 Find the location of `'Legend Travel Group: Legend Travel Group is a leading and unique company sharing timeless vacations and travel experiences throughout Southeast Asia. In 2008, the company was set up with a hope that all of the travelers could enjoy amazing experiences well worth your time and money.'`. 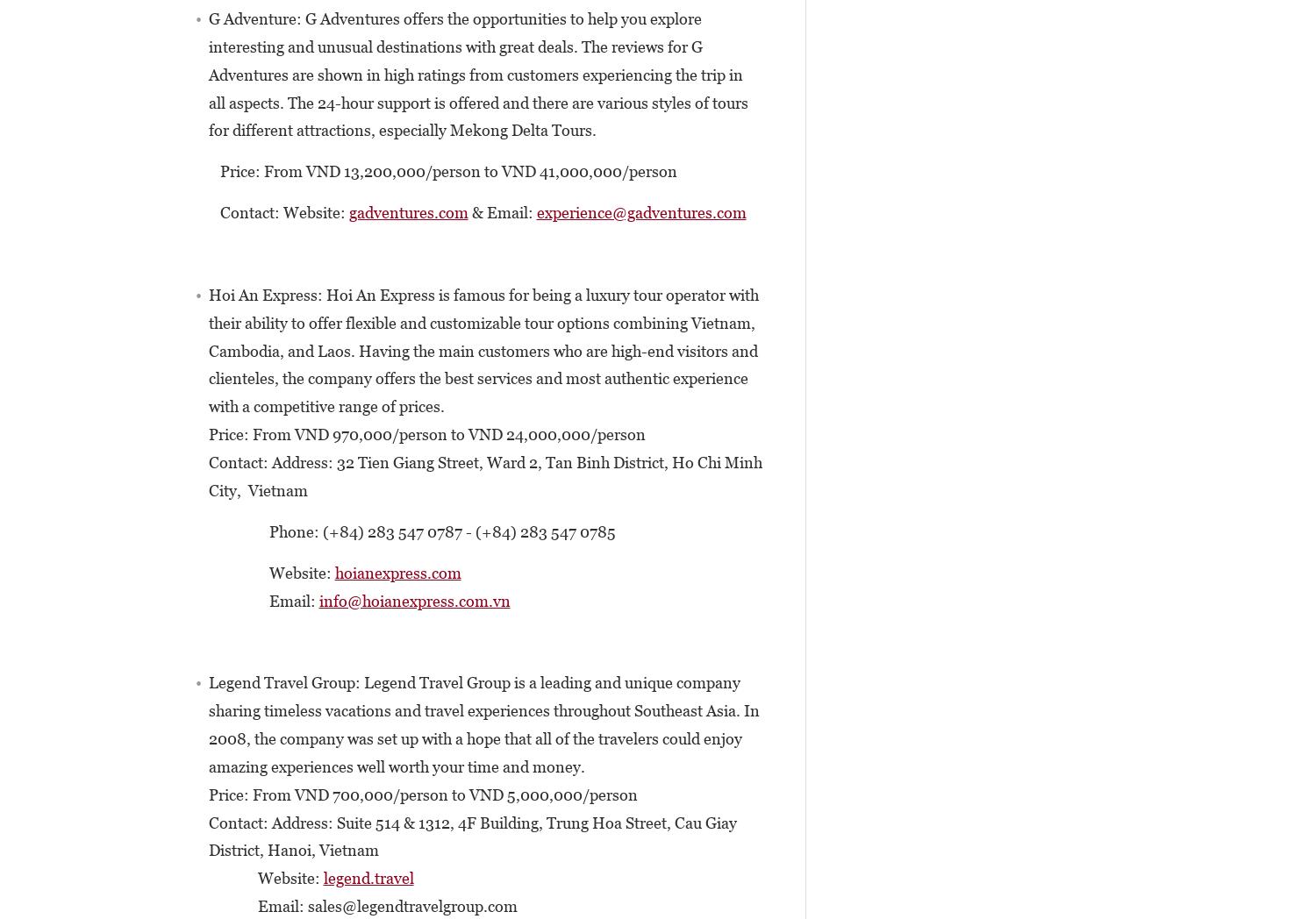

'Legend Travel Group: Legend Travel Group is a leading and unique company sharing timeless vacations and travel experiences throughout Southeast Asia. In 2008, the company was set up with a hope that all of the travelers could enjoy amazing experiences well worth your time and money.' is located at coordinates (207, 723).